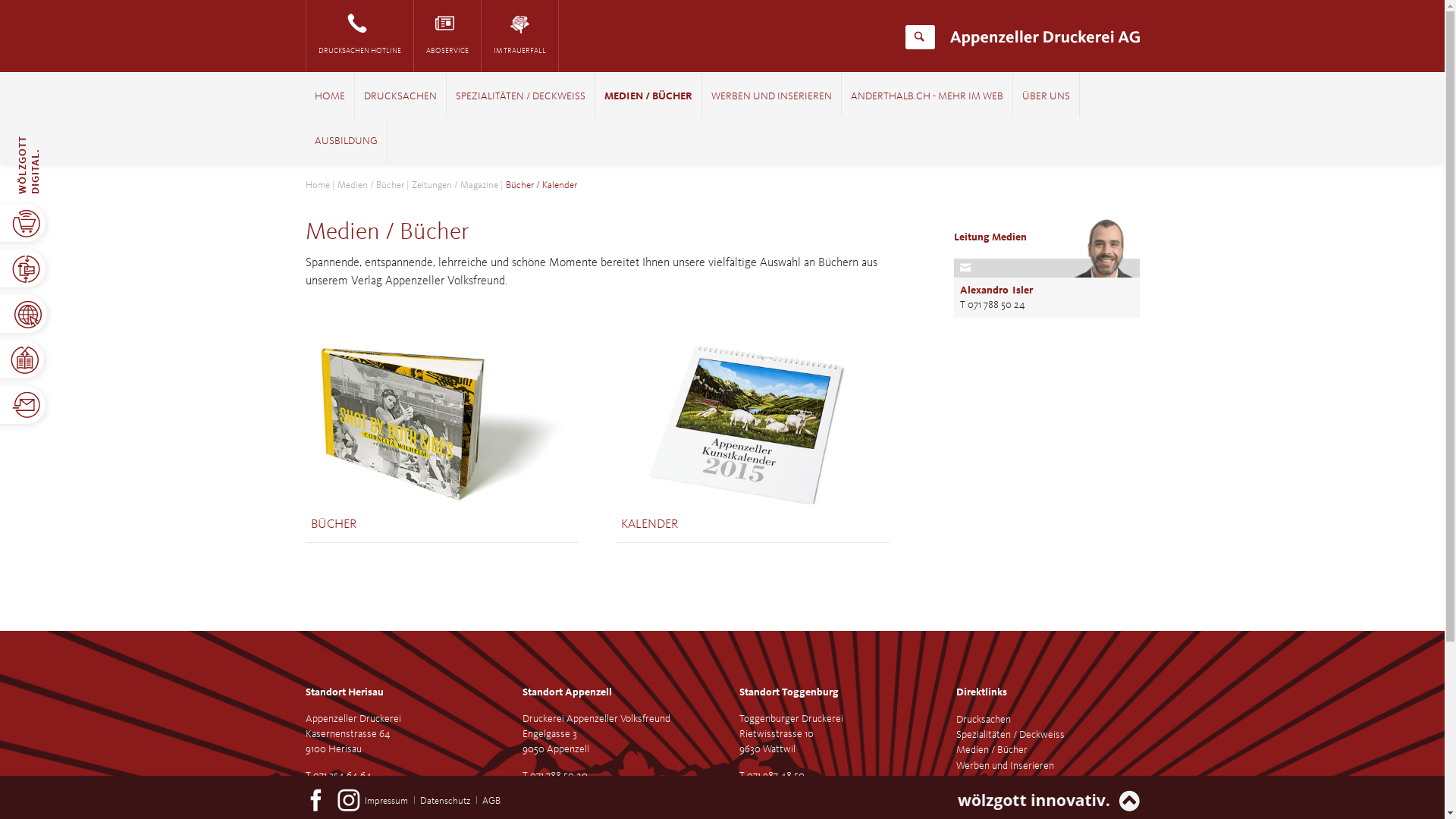  I want to click on 'WERBEN UND INSERIEREN', so click(771, 96).